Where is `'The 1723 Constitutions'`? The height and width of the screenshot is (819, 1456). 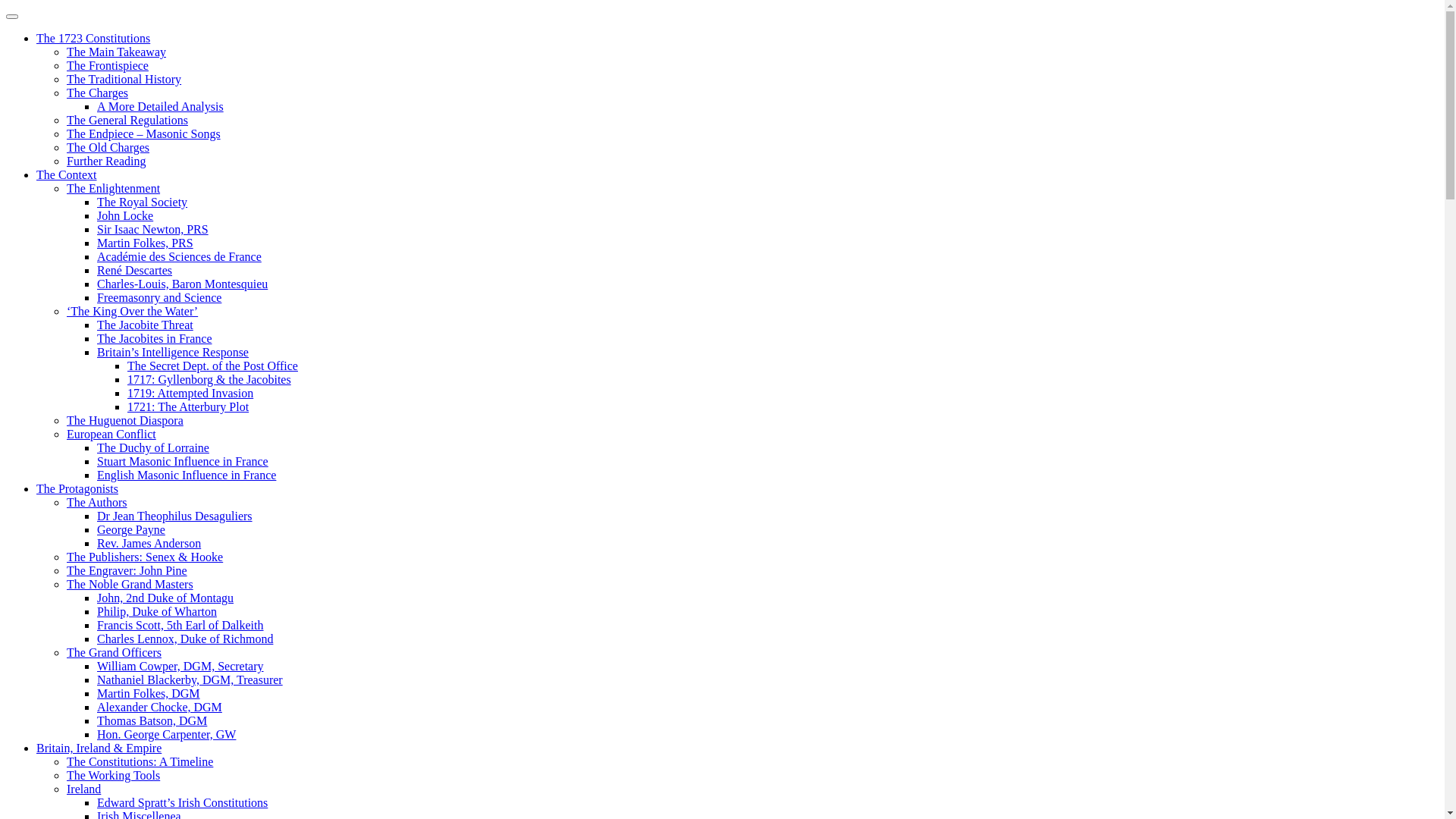 'The 1723 Constitutions' is located at coordinates (93, 37).